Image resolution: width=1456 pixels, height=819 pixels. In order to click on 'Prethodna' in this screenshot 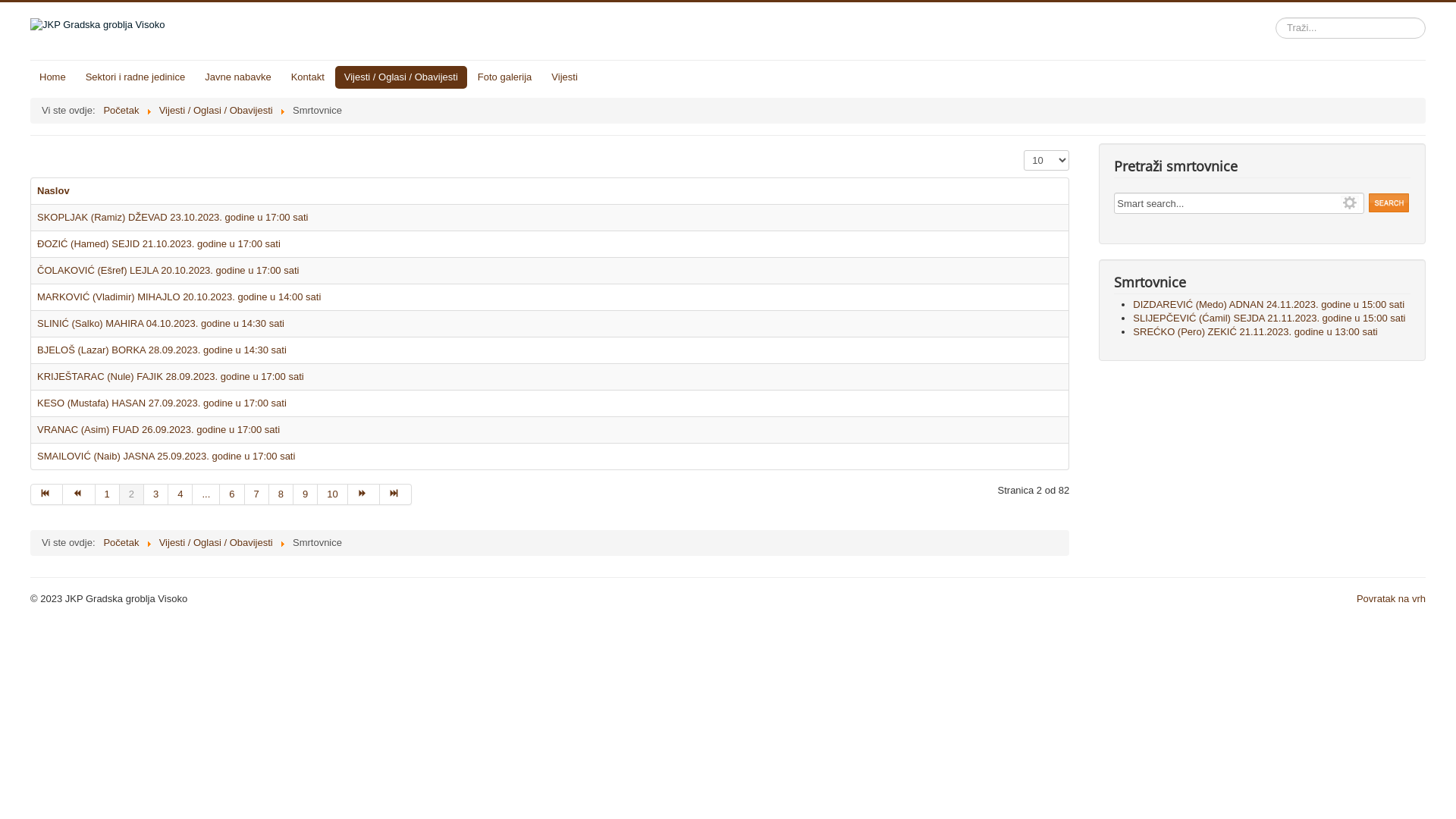, I will do `click(78, 494)`.